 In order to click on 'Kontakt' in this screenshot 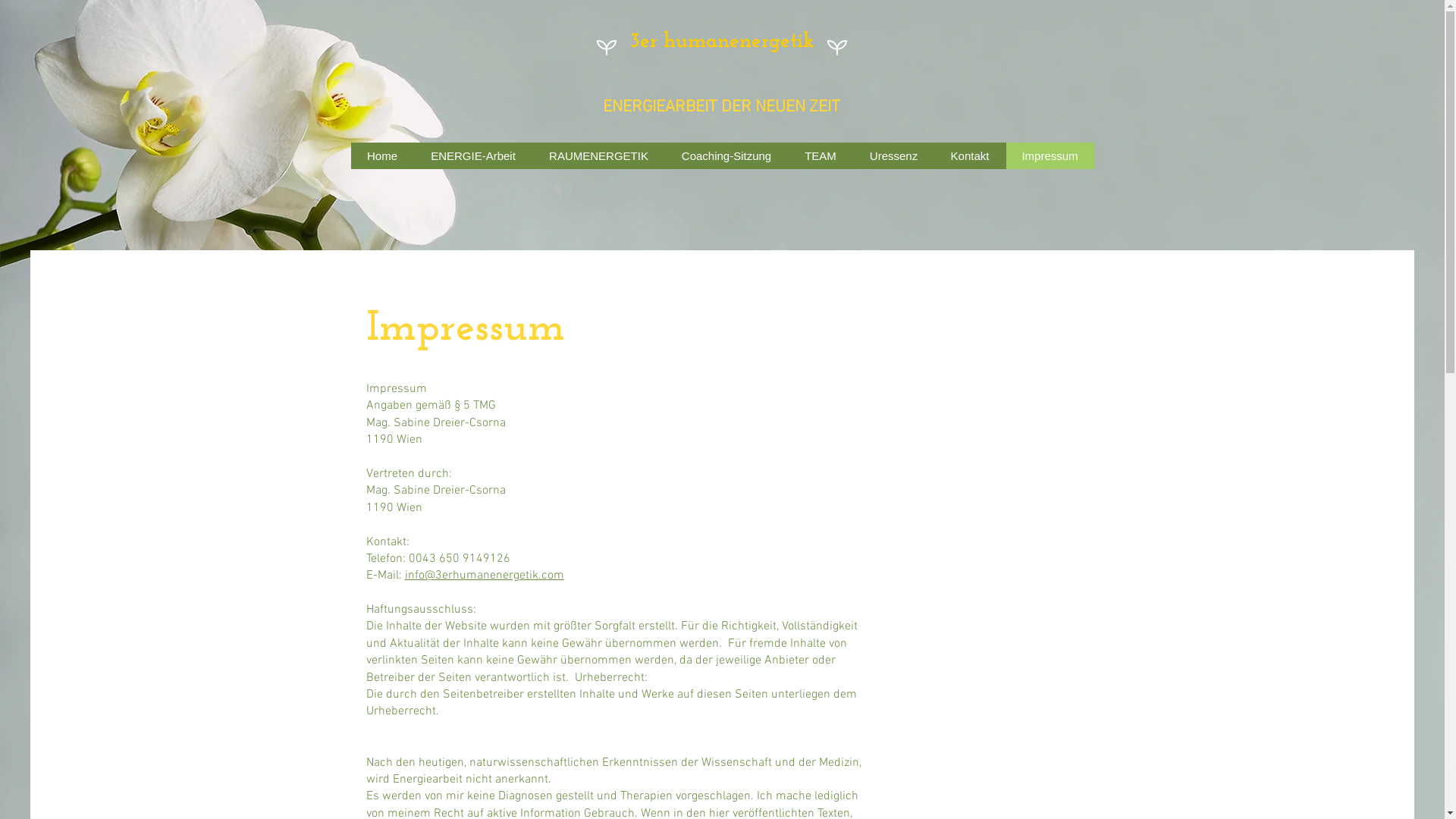, I will do `click(968, 155)`.